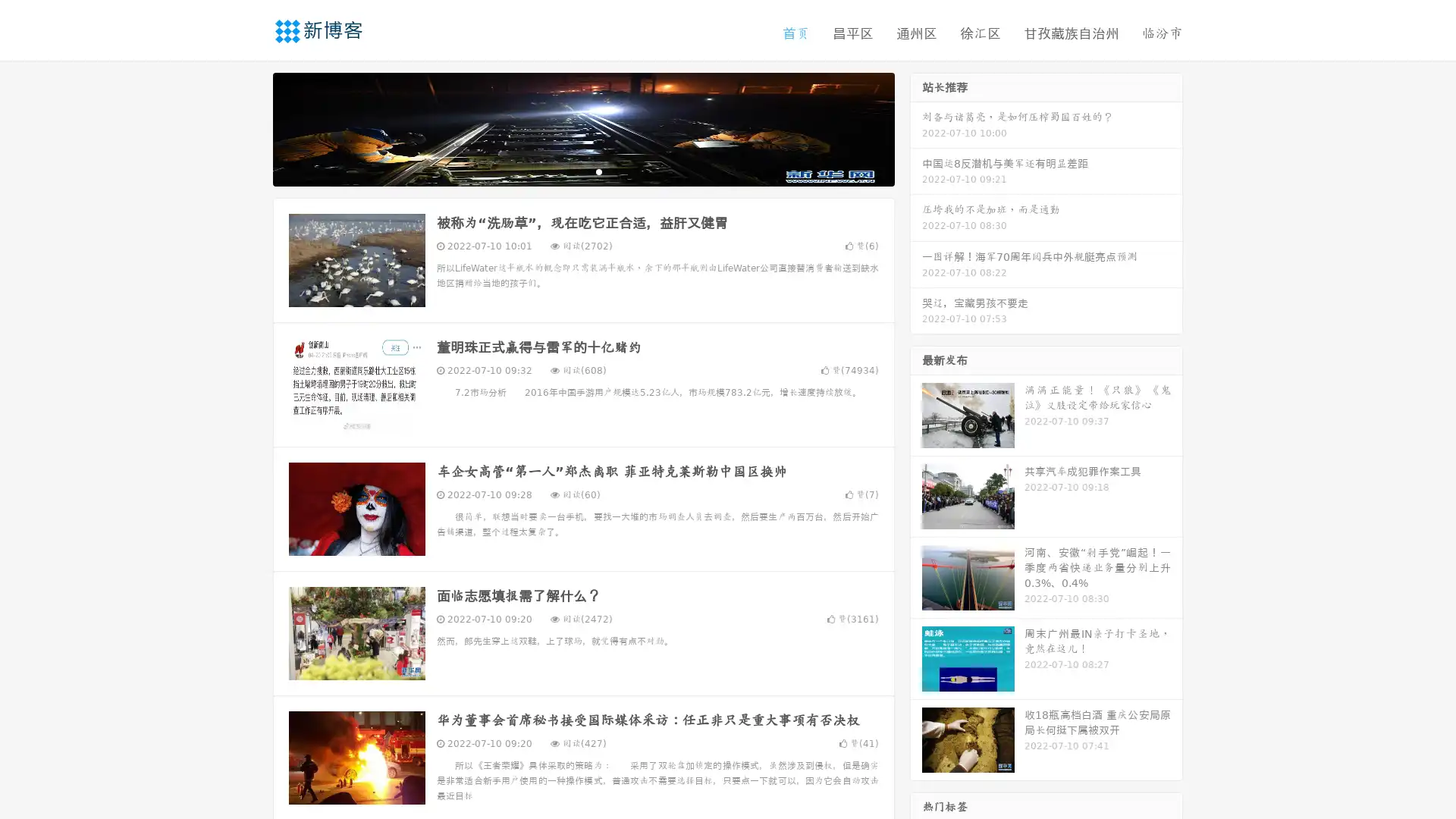 The image size is (1456, 819). I want to click on Previous slide, so click(250, 127).